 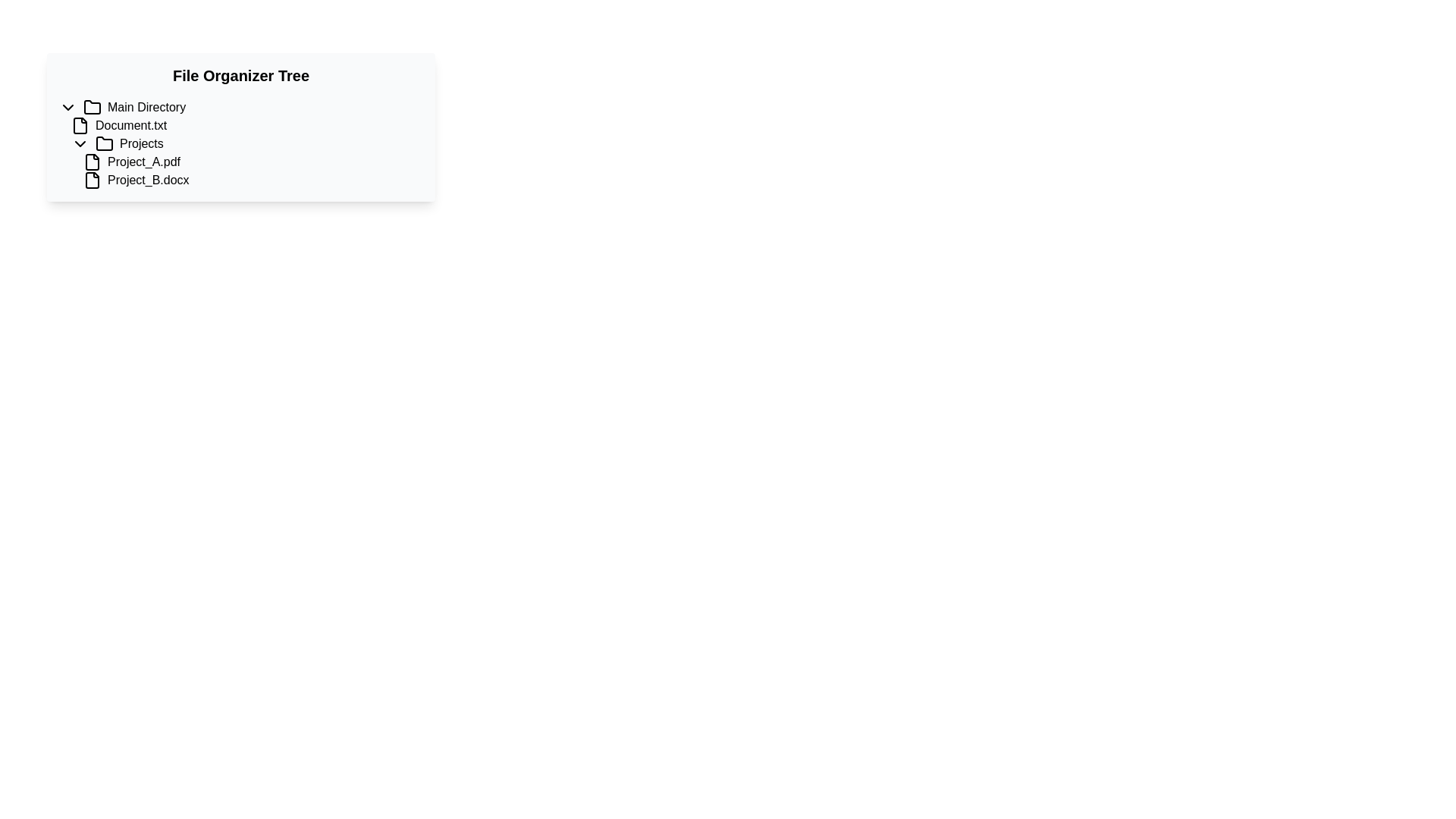 I want to click on the text label representing the file named 'Project_B.docx' located under the 'Projects' folder in the file tree, so click(x=148, y=180).